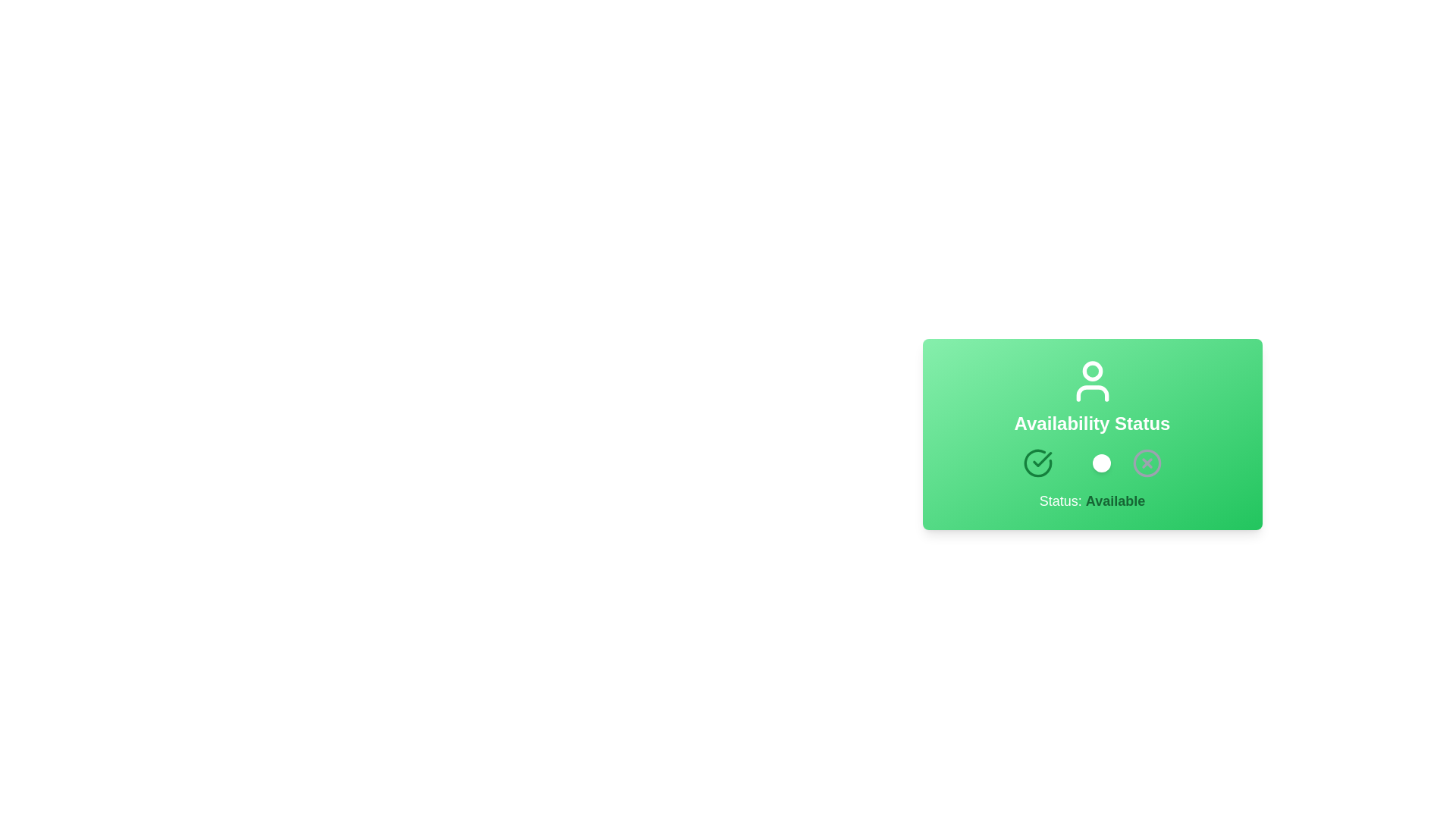  Describe the element at coordinates (1092, 371) in the screenshot. I see `the upper circle of the user-profile icon, which visually represents the user's status or profile information` at that location.